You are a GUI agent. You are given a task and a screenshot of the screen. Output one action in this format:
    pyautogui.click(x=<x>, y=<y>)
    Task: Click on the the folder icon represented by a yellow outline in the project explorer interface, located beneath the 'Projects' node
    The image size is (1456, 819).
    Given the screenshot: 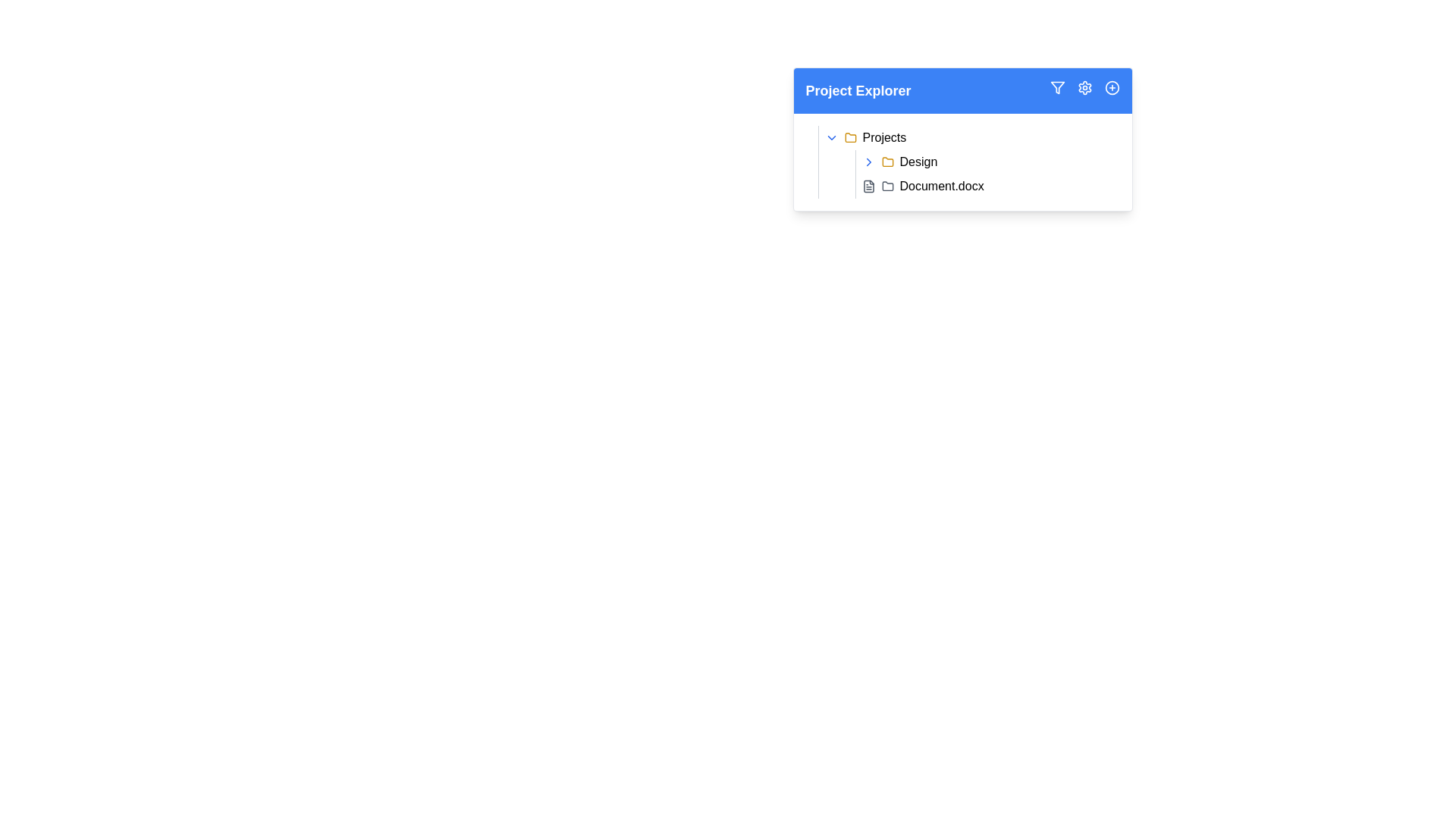 What is the action you would take?
    pyautogui.click(x=850, y=137)
    